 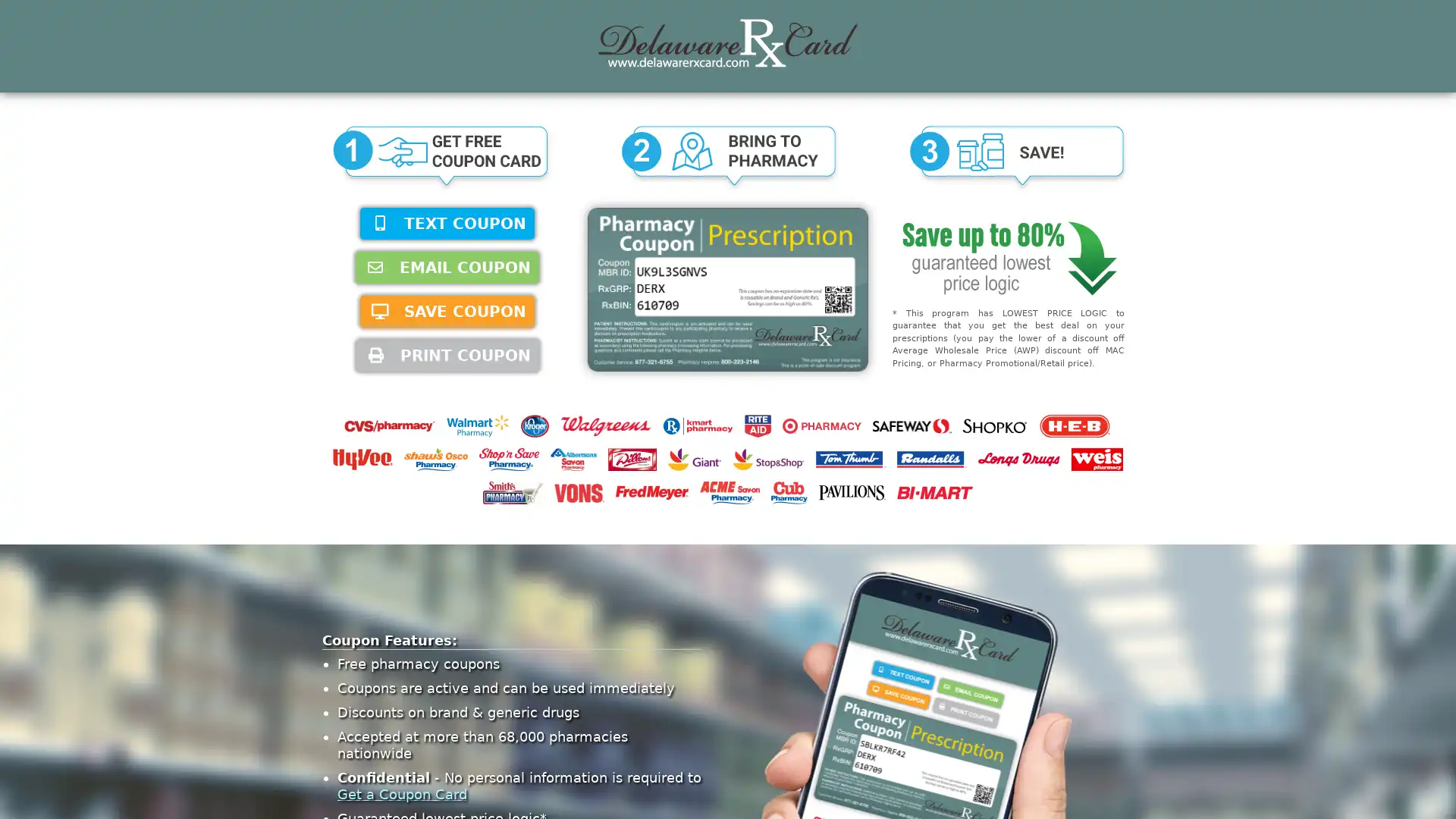 What do you see at coordinates (447, 223) in the screenshot?
I see `TEXT COUPON` at bounding box center [447, 223].